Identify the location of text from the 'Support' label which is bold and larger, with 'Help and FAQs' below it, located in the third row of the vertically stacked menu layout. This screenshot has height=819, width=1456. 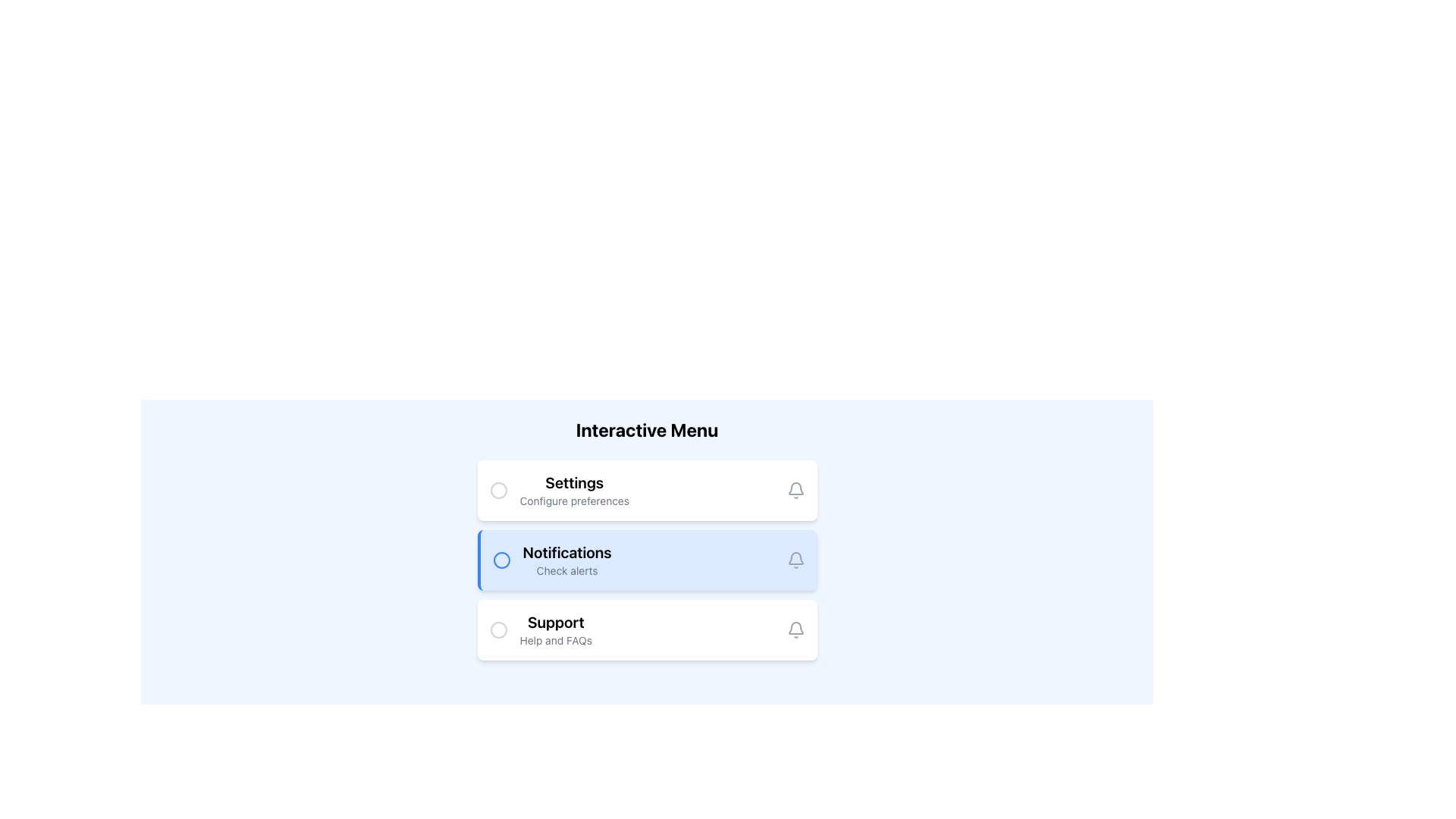
(541, 629).